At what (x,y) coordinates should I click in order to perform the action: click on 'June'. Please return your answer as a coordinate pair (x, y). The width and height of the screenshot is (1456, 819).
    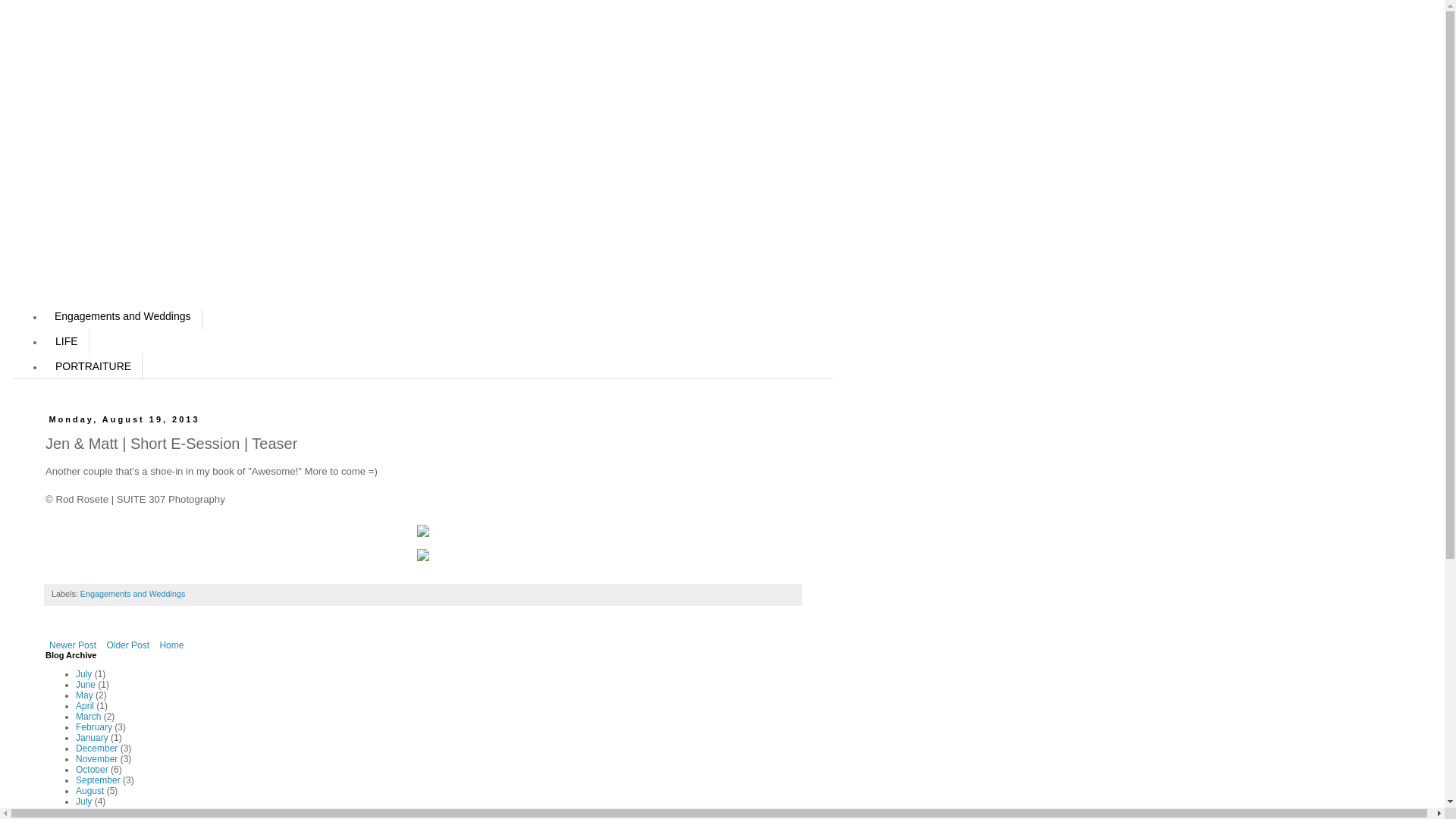
    Looking at the image, I should click on (85, 811).